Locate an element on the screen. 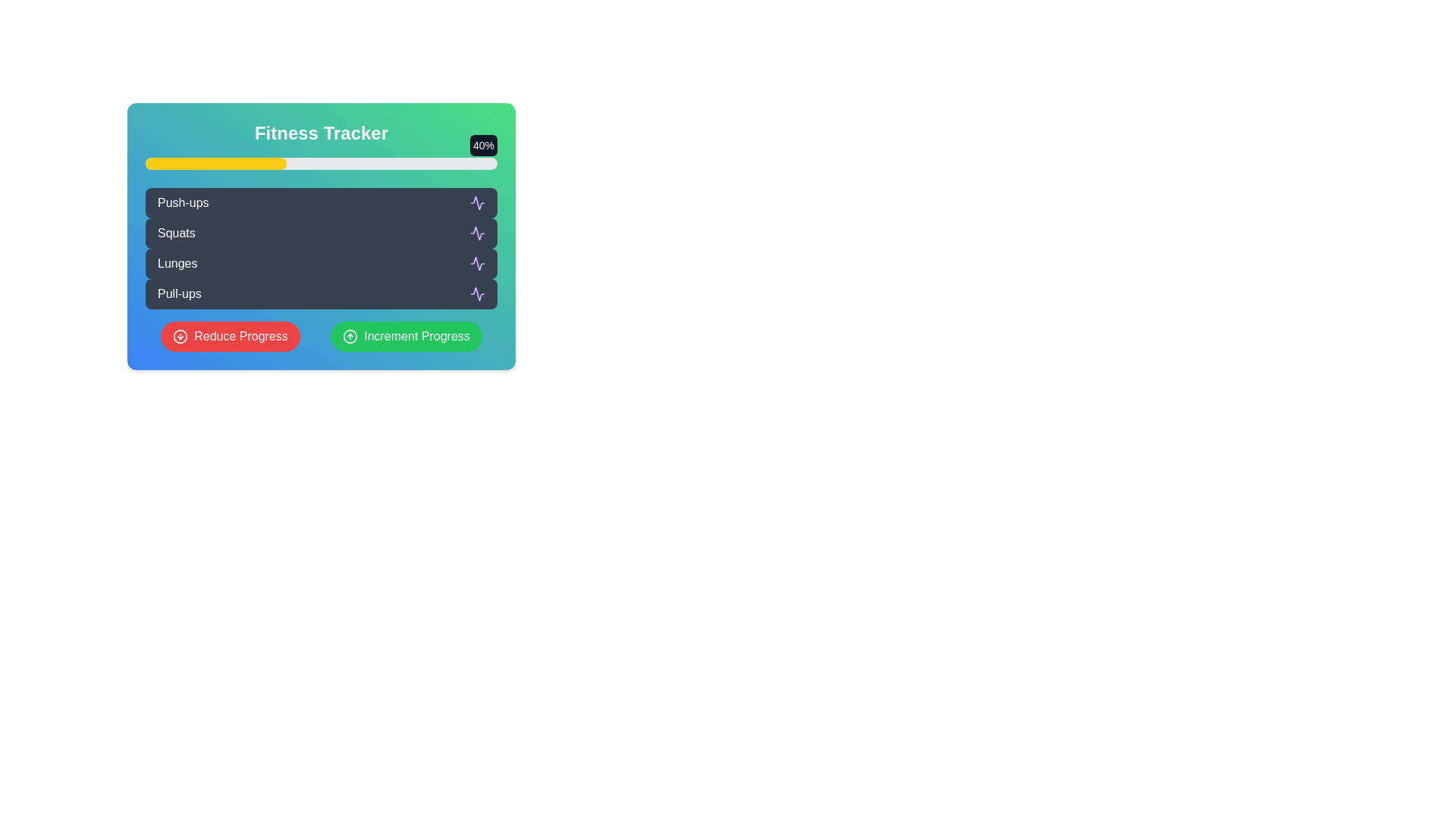 Image resolution: width=1456 pixels, height=819 pixels. the circular icon with an upward-pointing arrow, located within the 'Increment Progress' button at the bottom right of the interface is located at coordinates (350, 335).